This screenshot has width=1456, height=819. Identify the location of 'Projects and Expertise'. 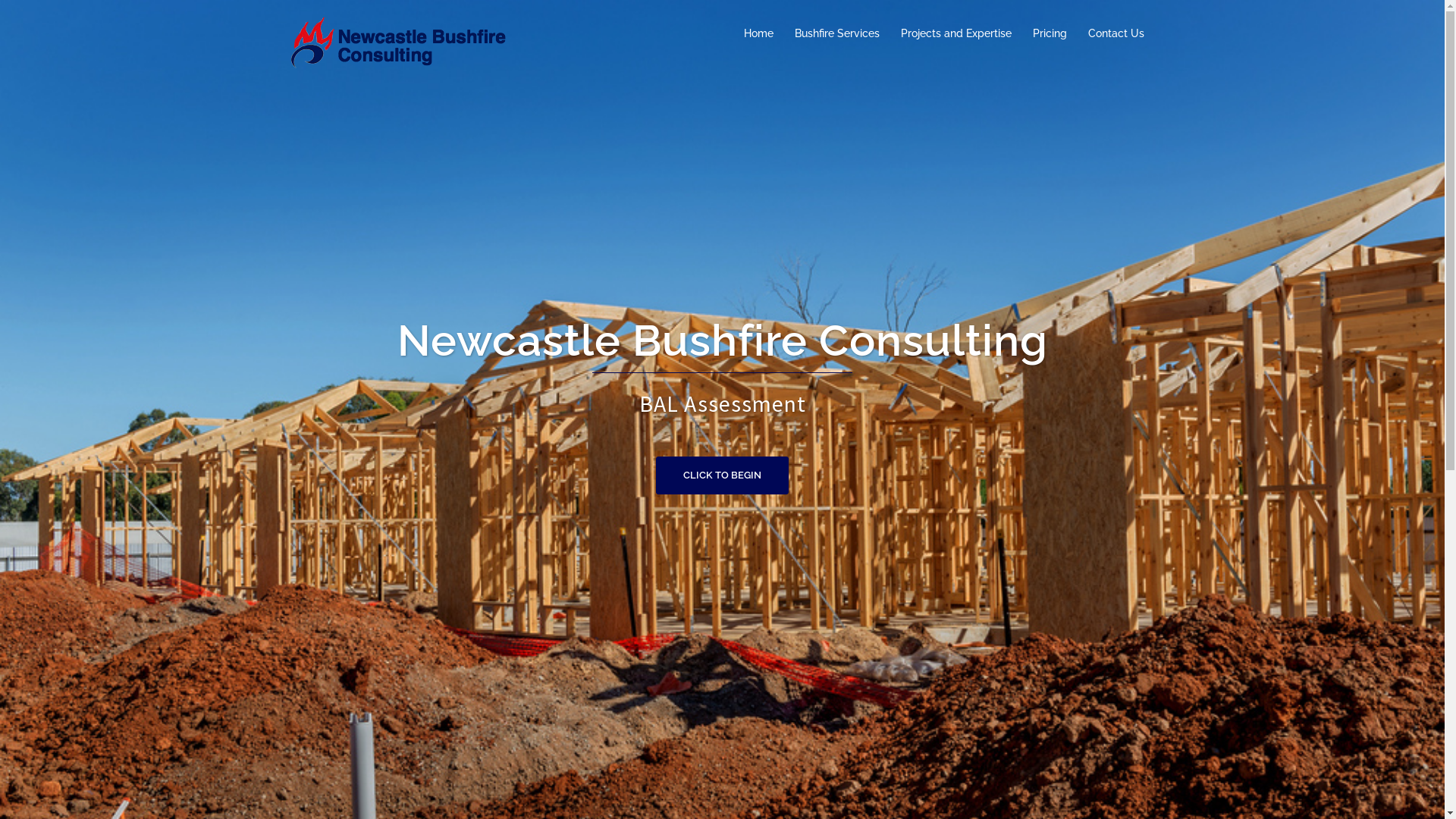
(955, 33).